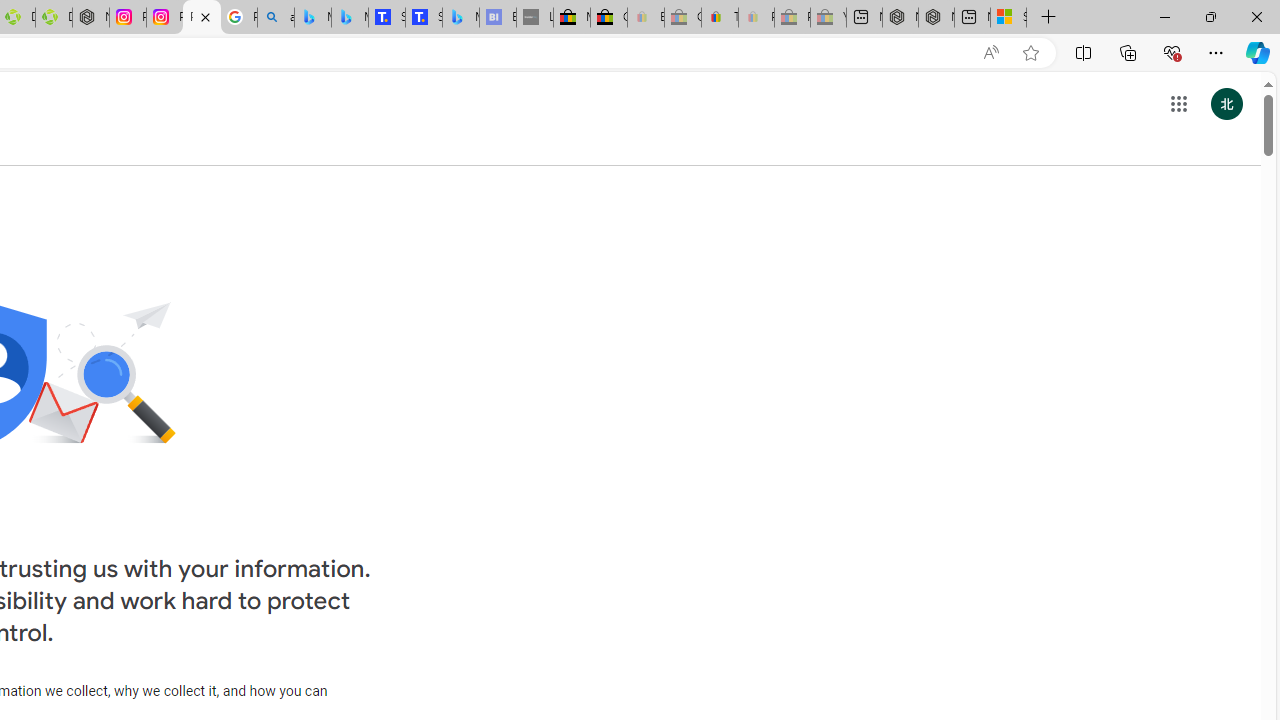 This screenshot has height=720, width=1280. What do you see at coordinates (459, 17) in the screenshot?
I see `'Microsoft Bing Travel - Shangri-La Hotel Bangkok'` at bounding box center [459, 17].